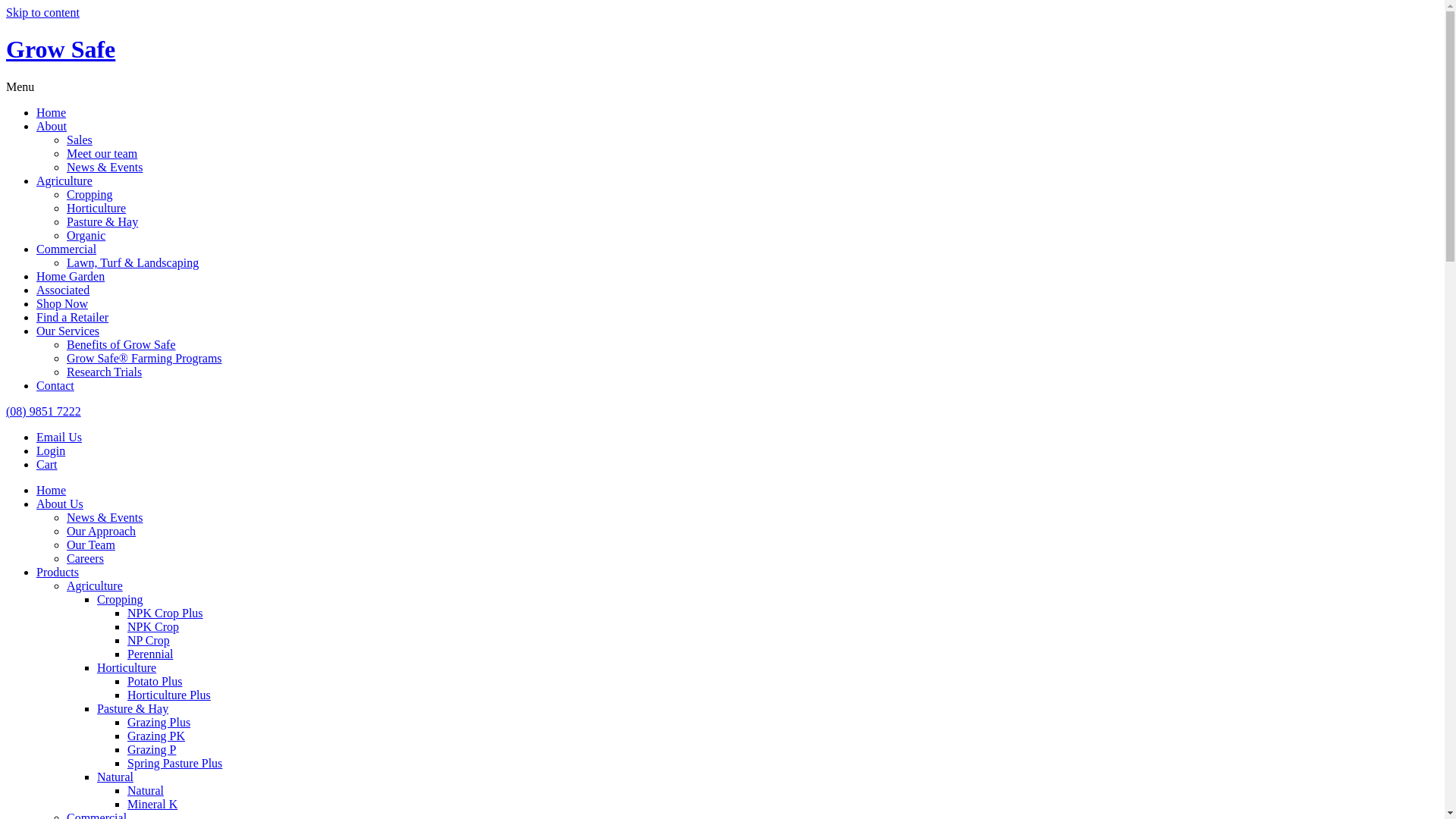  What do you see at coordinates (90, 544) in the screenshot?
I see `'Our Team'` at bounding box center [90, 544].